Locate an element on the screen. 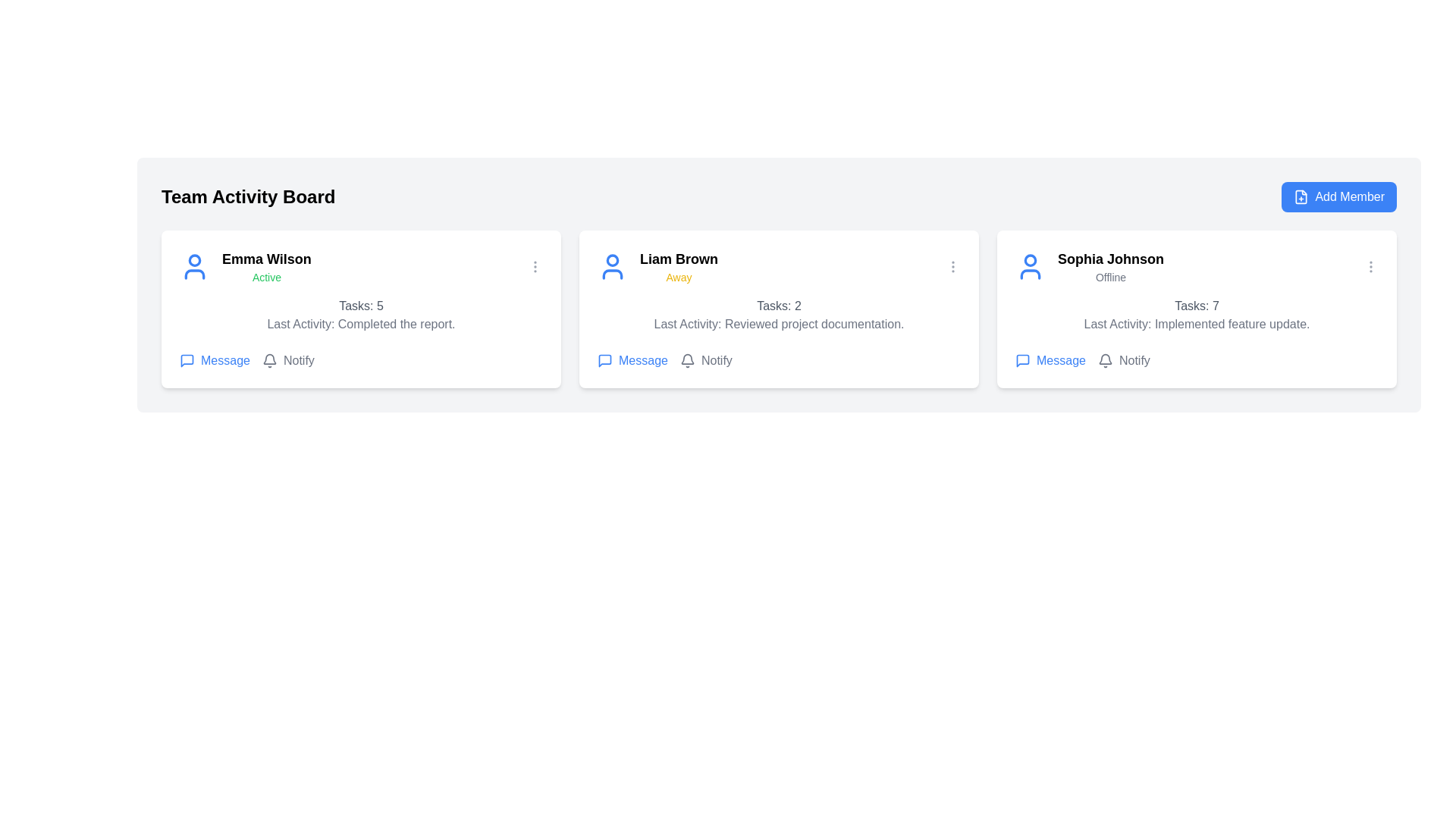 This screenshot has height=819, width=1456. the 'Message' button styled with blue text and a speech bubble icon located in the bottom-left corner of the card for 'Sophia Johnson' is located at coordinates (1050, 360).